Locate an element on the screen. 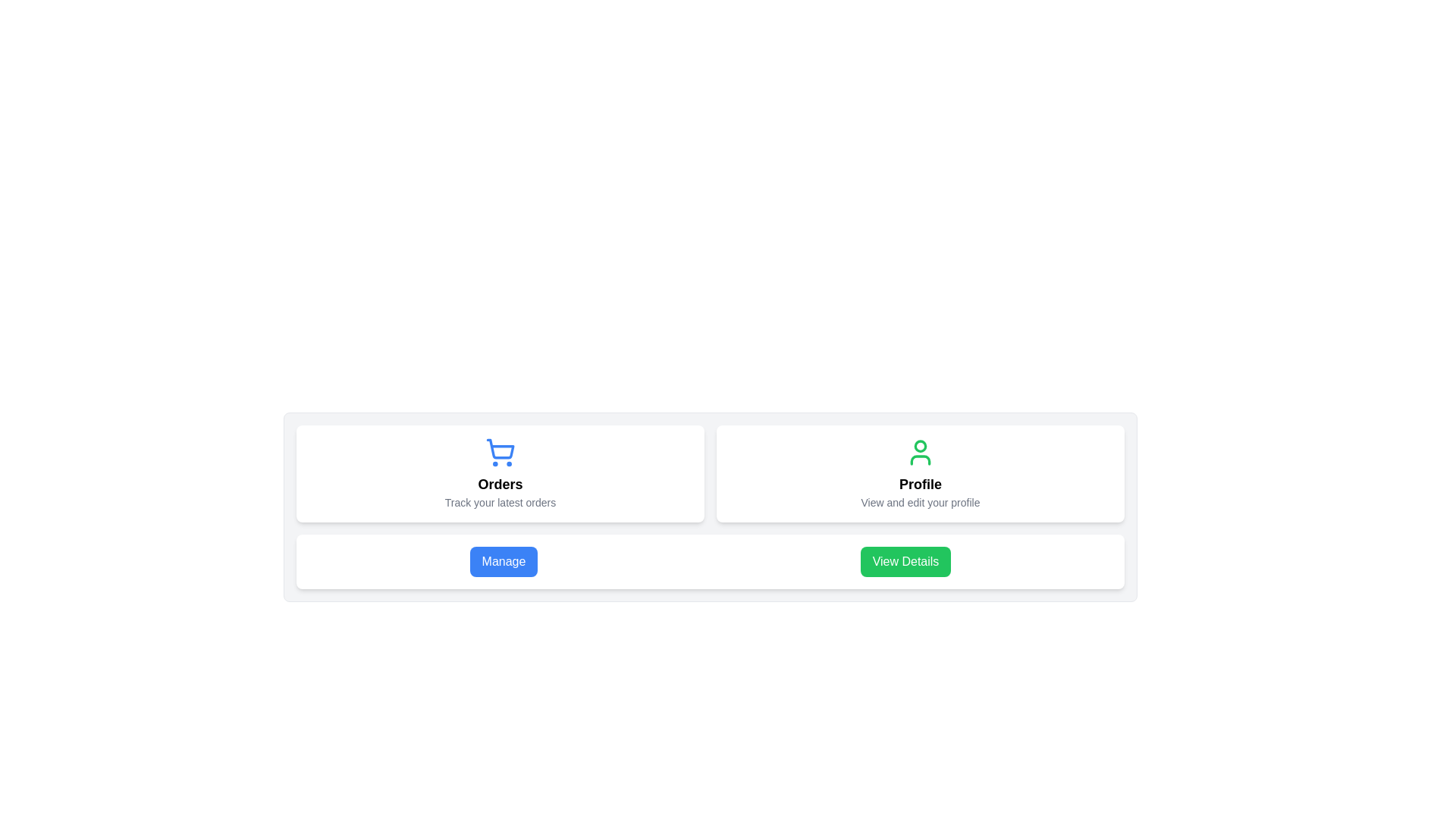 The width and height of the screenshot is (1456, 819). the informational text label located directly below the 'Orders' header and shopping cart icon in the 'Orders' section is located at coordinates (500, 503).